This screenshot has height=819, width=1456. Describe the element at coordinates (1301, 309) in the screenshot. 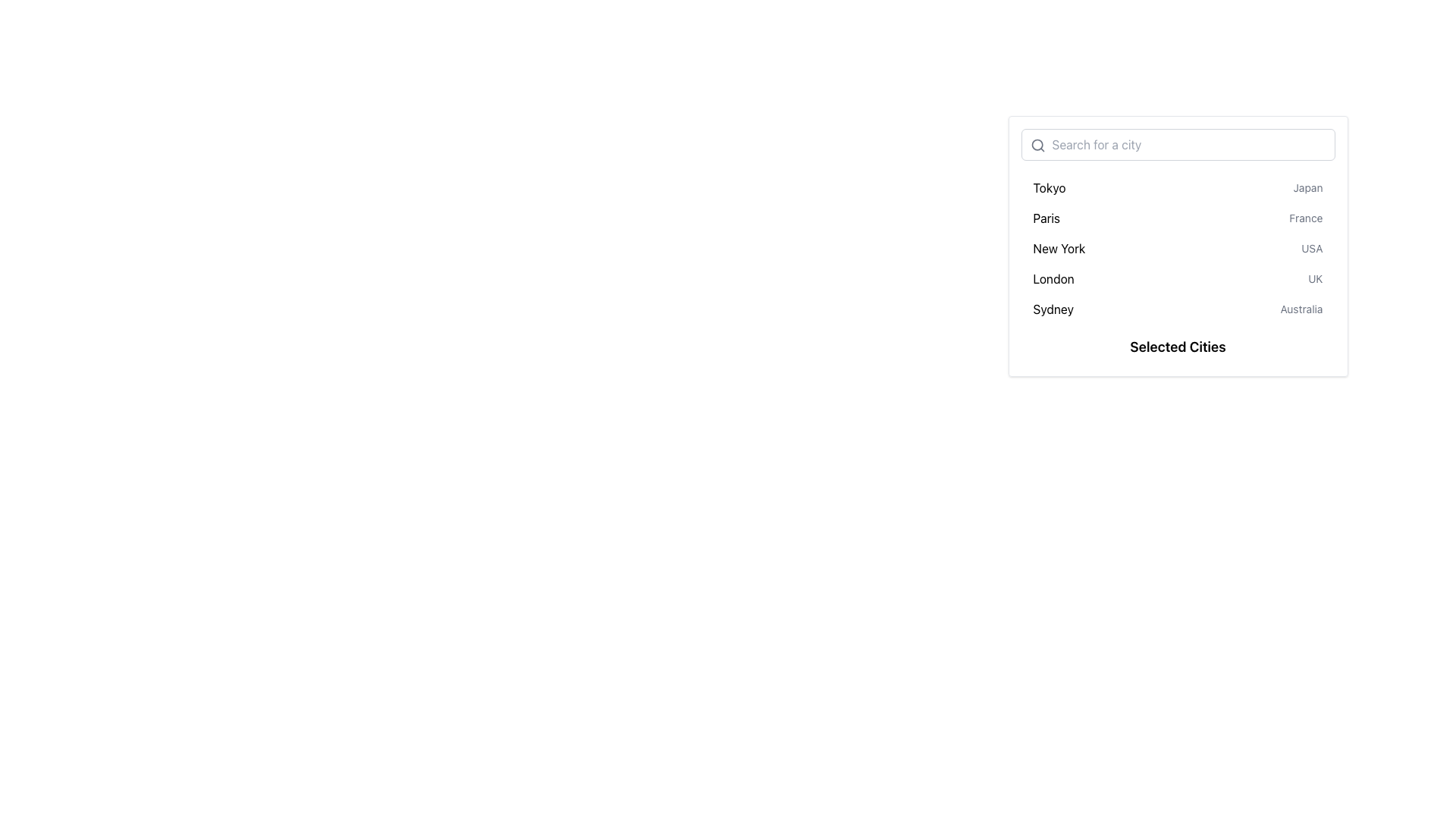

I see `the text label displaying 'Australia' located beside 'Sydney' in the dropdown interface` at that location.